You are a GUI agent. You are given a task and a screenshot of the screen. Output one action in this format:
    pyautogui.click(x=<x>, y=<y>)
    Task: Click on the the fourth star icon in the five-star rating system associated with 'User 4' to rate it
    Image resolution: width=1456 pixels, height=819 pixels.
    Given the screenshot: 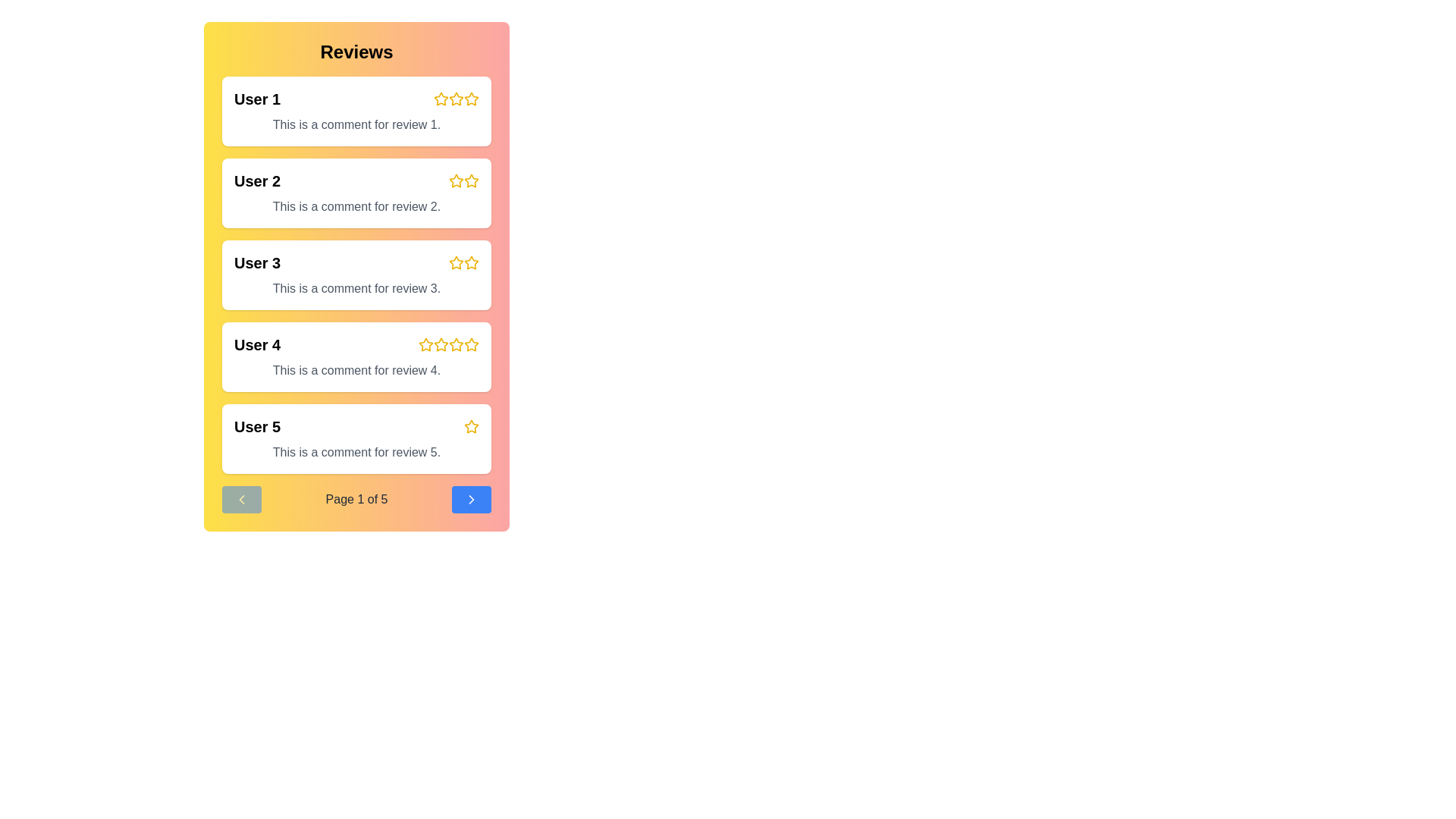 What is the action you would take?
    pyautogui.click(x=455, y=344)
    